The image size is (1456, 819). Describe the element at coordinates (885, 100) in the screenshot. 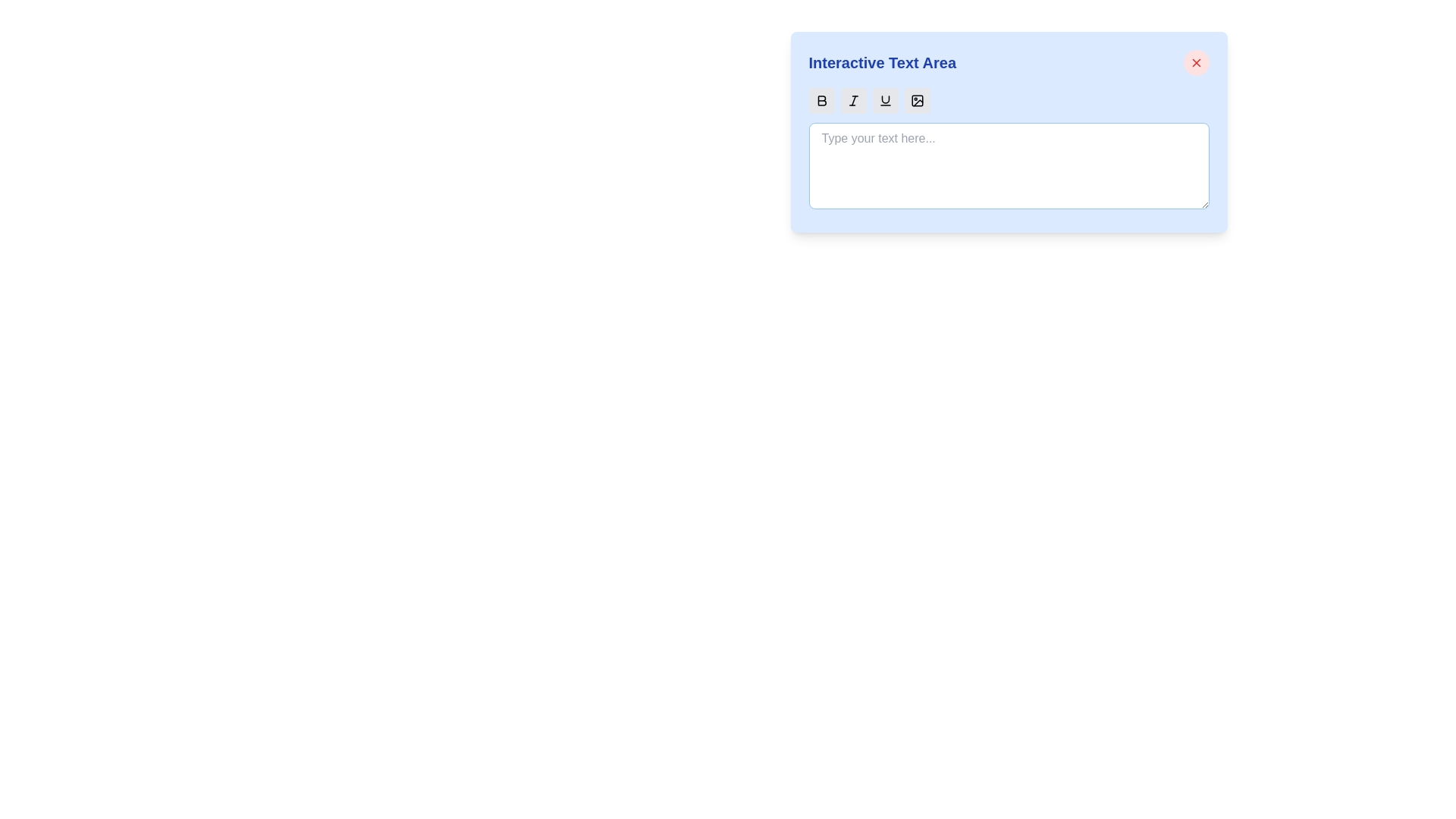

I see `the underline button with a gray background and rounded corners in the third slot of the horizontal toolbar in the 'Interactive Text Area' to apply underline formatting` at that location.